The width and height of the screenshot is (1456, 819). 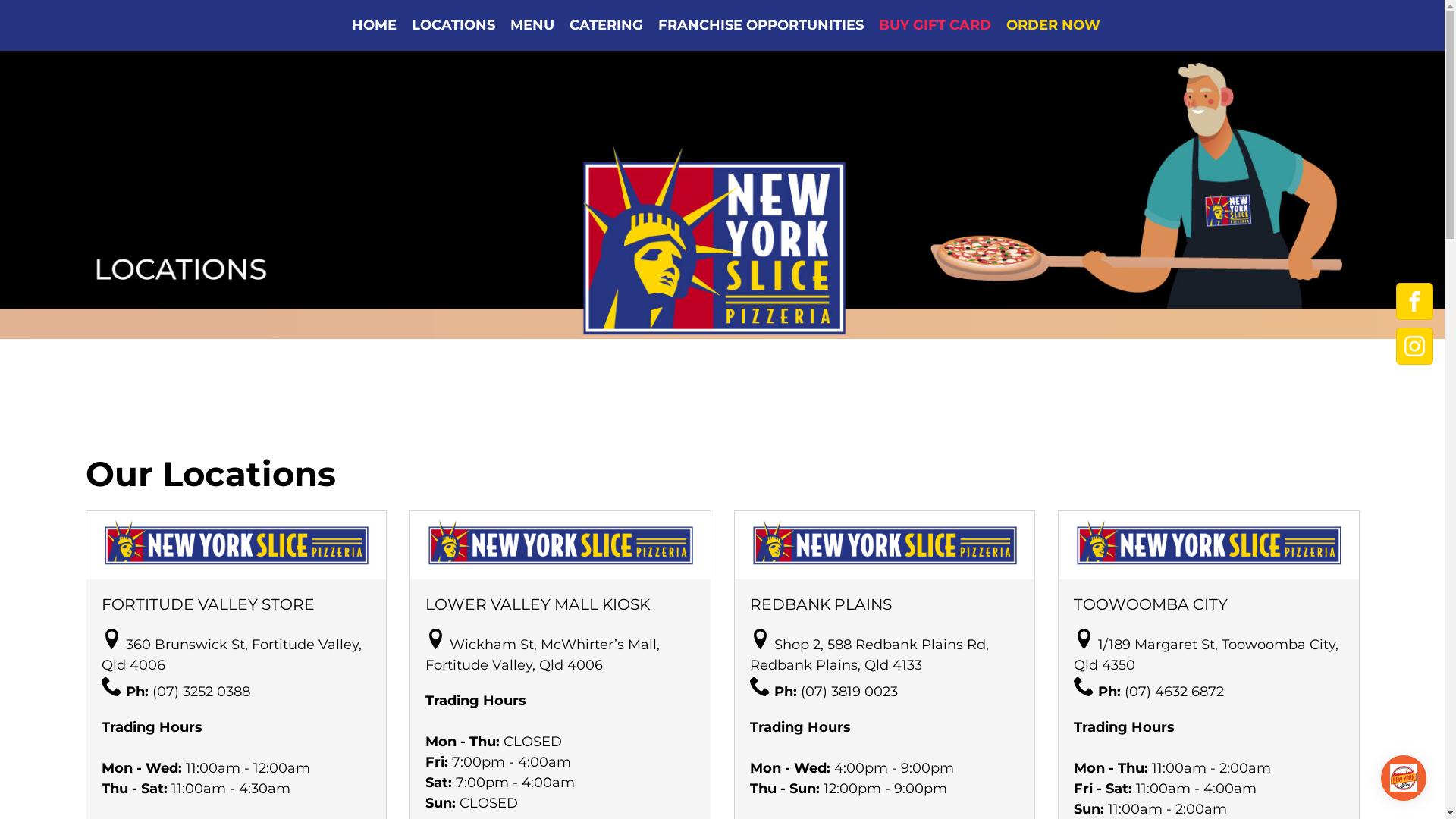 I want to click on '(07) 4632 6872', so click(x=1125, y=691).